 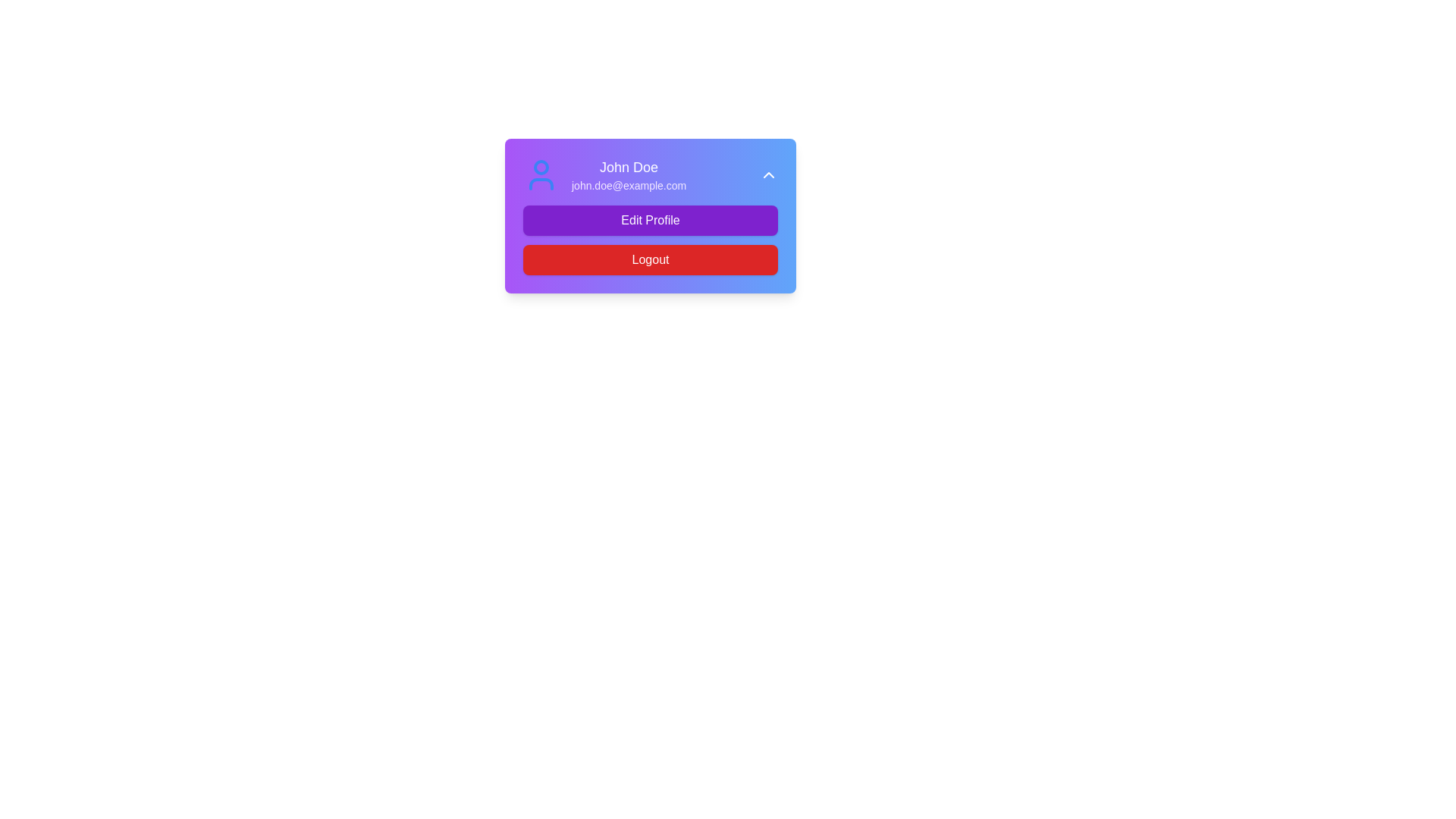 What do you see at coordinates (629, 174) in the screenshot?
I see `text content displayed in the profile card, which includes the name 'John Doe' and the email address 'john.doe@example.com'` at bounding box center [629, 174].